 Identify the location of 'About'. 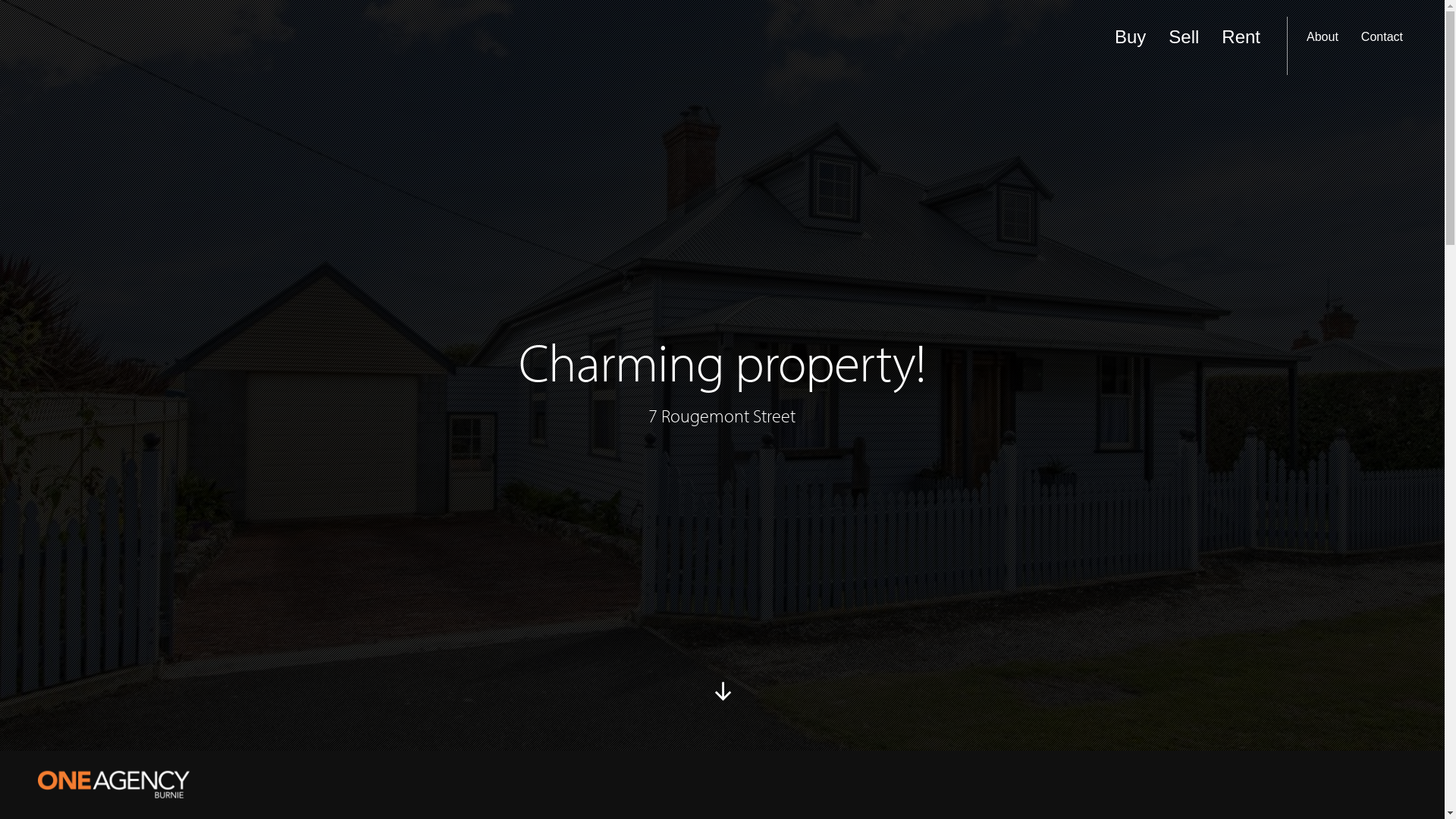
(1321, 45).